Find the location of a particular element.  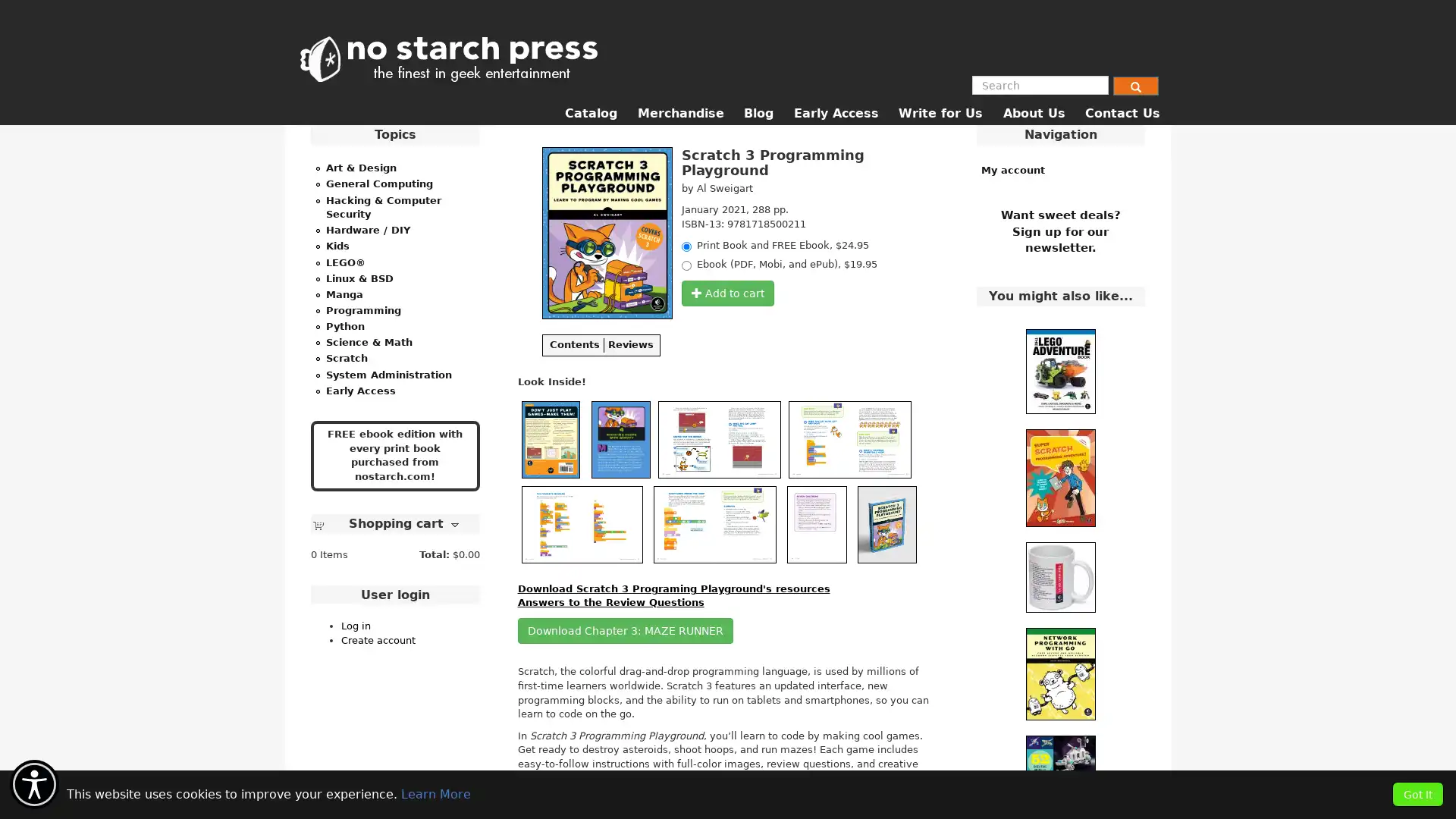

Got It is located at coordinates (1417, 793).